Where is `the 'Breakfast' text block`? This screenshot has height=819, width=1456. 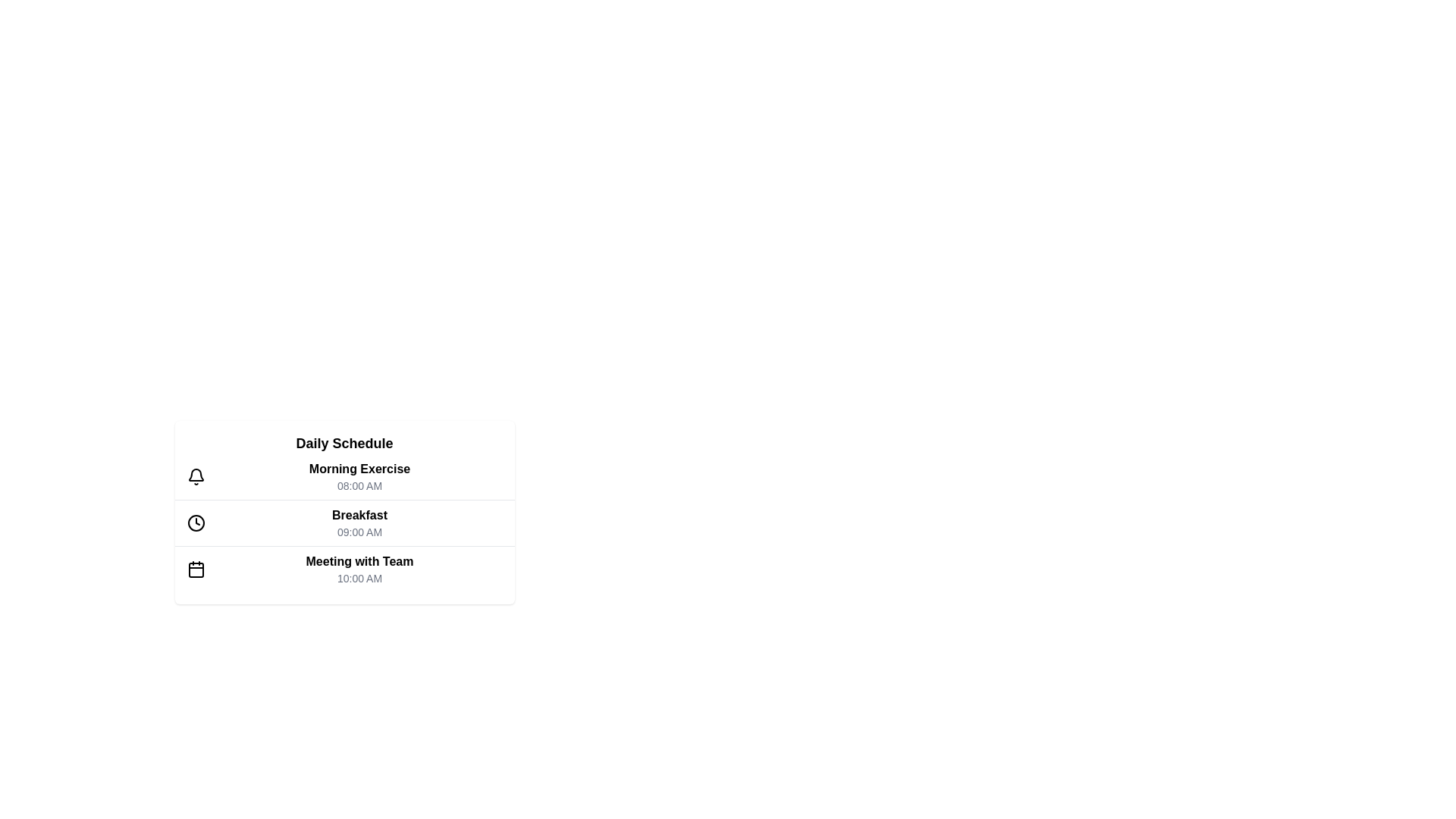 the 'Breakfast' text block is located at coordinates (359, 522).